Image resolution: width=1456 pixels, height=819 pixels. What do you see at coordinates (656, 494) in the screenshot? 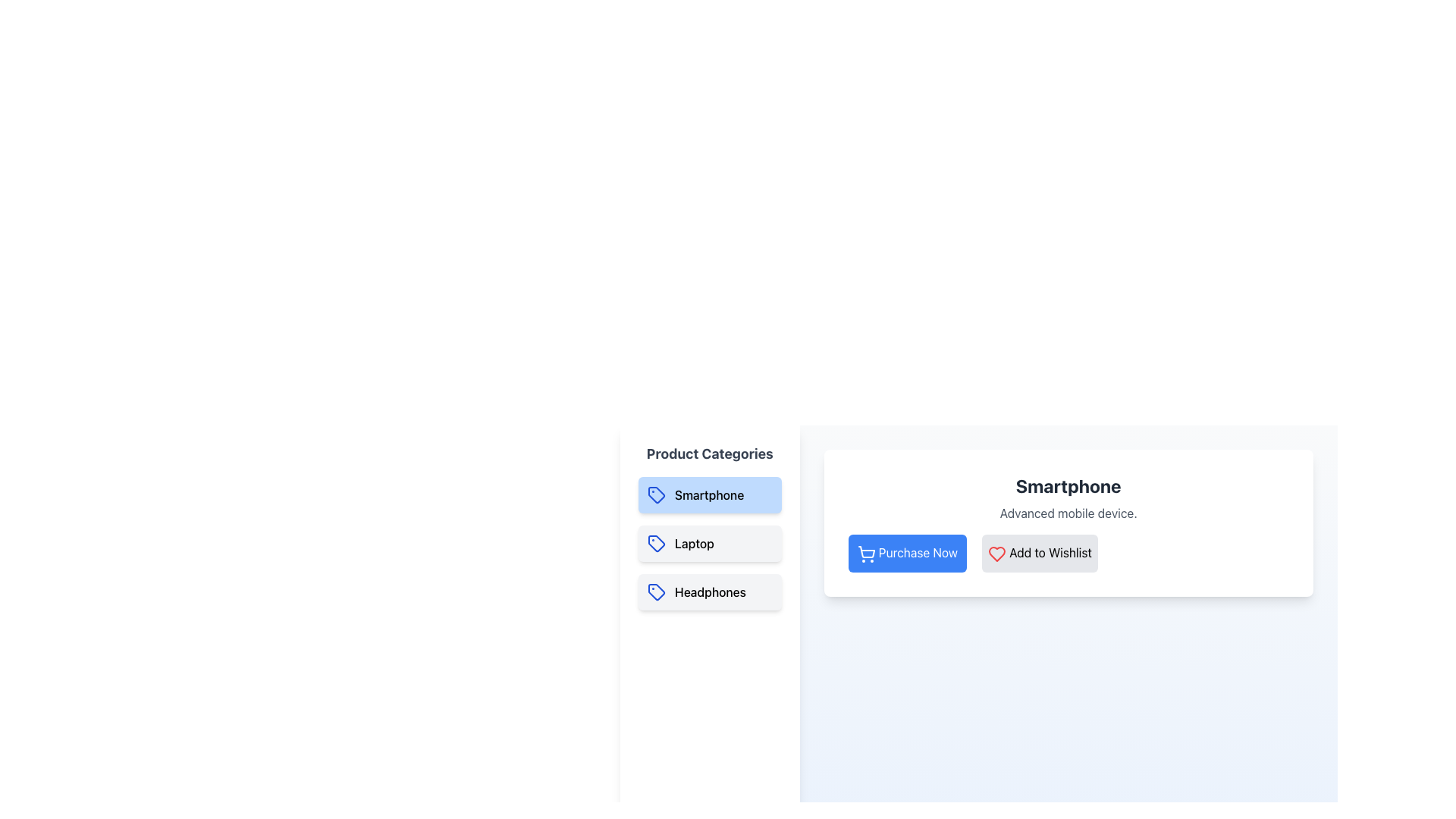
I see `the icon located at the extreme left of the 'Smartphone' button in the product categories list to enhance user recognition of the category type` at bounding box center [656, 494].